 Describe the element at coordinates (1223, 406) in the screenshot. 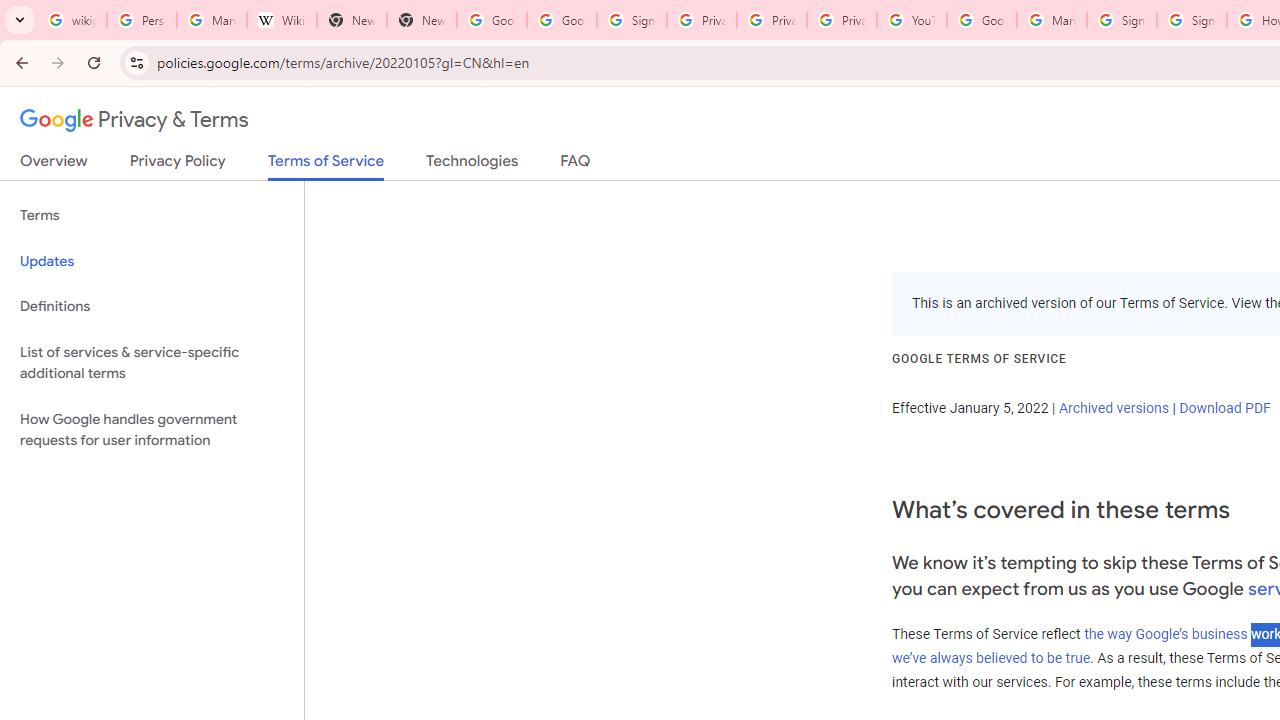

I see `'Download PDF'` at that location.